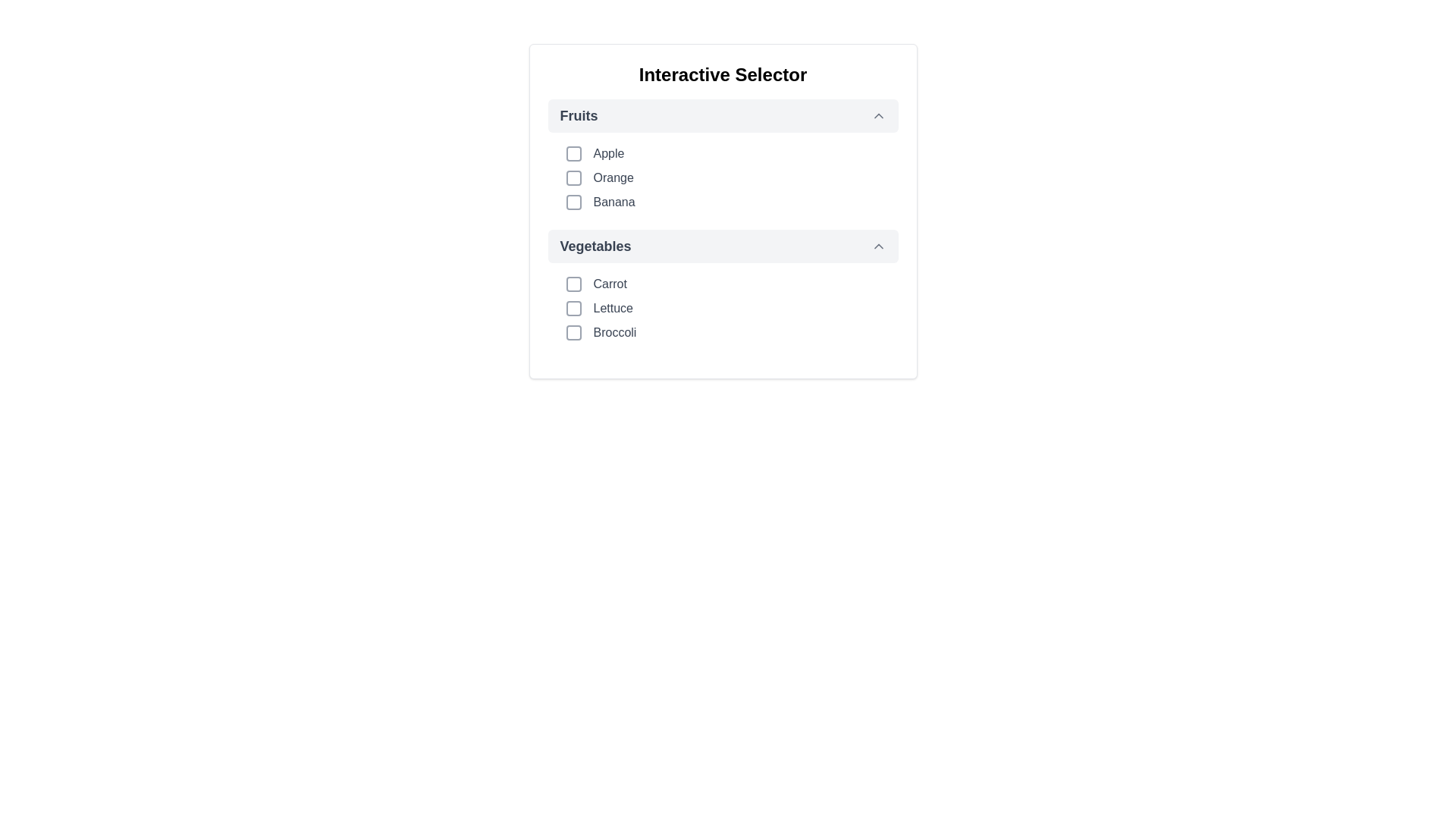  What do you see at coordinates (573, 201) in the screenshot?
I see `the selected checkbox with a gray border and a checkmark icon` at bounding box center [573, 201].